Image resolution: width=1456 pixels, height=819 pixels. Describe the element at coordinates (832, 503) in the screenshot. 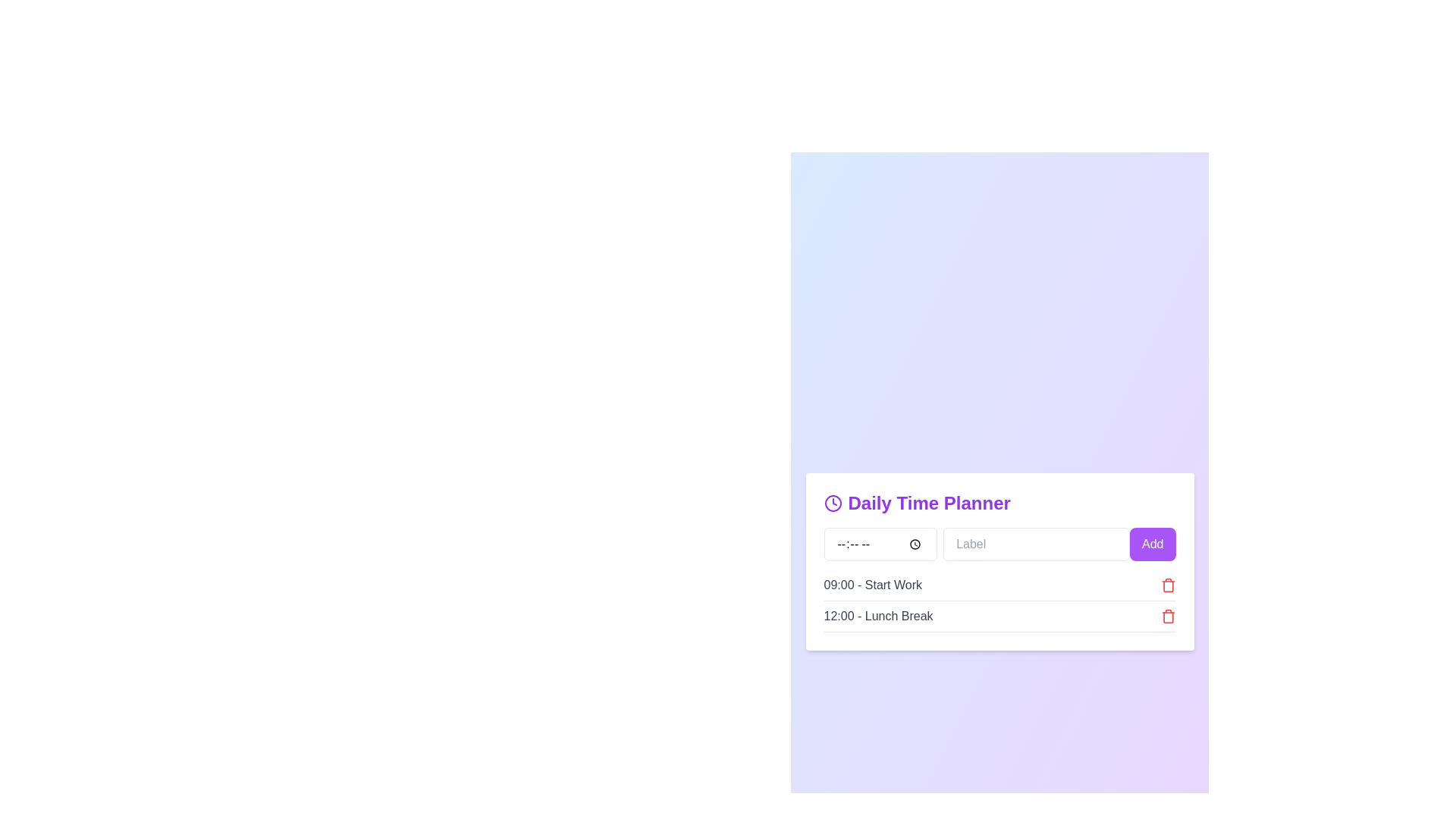

I see `the clock icon located near the top left corner of the content box, preceding the title text 'Daily Time Planner'` at that location.